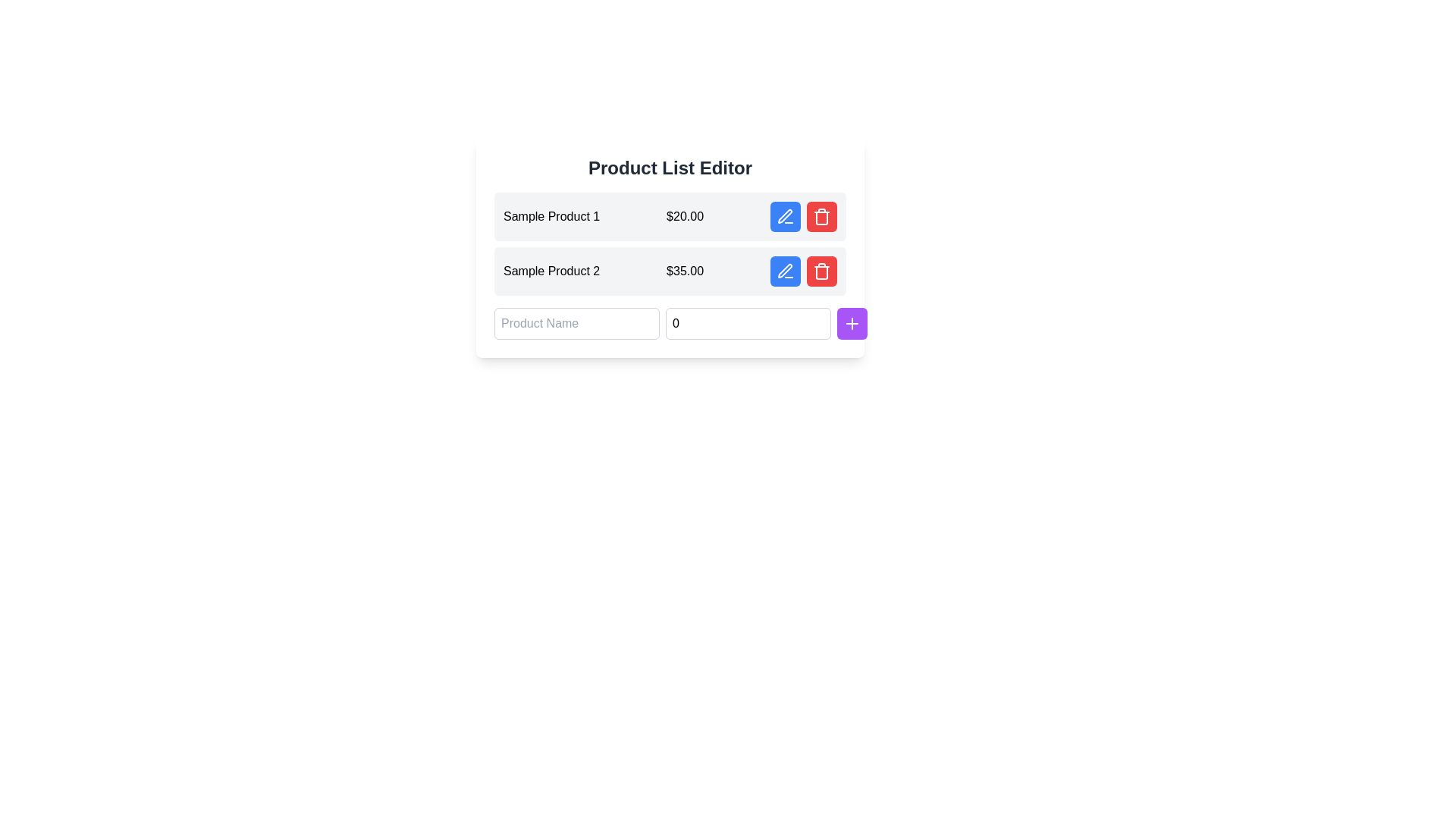 This screenshot has height=819, width=1456. What do you see at coordinates (786, 216) in the screenshot?
I see `the 'edit' icon within the blue button on the right side of the first row in the product list table for 'Sample Product 1'` at bounding box center [786, 216].